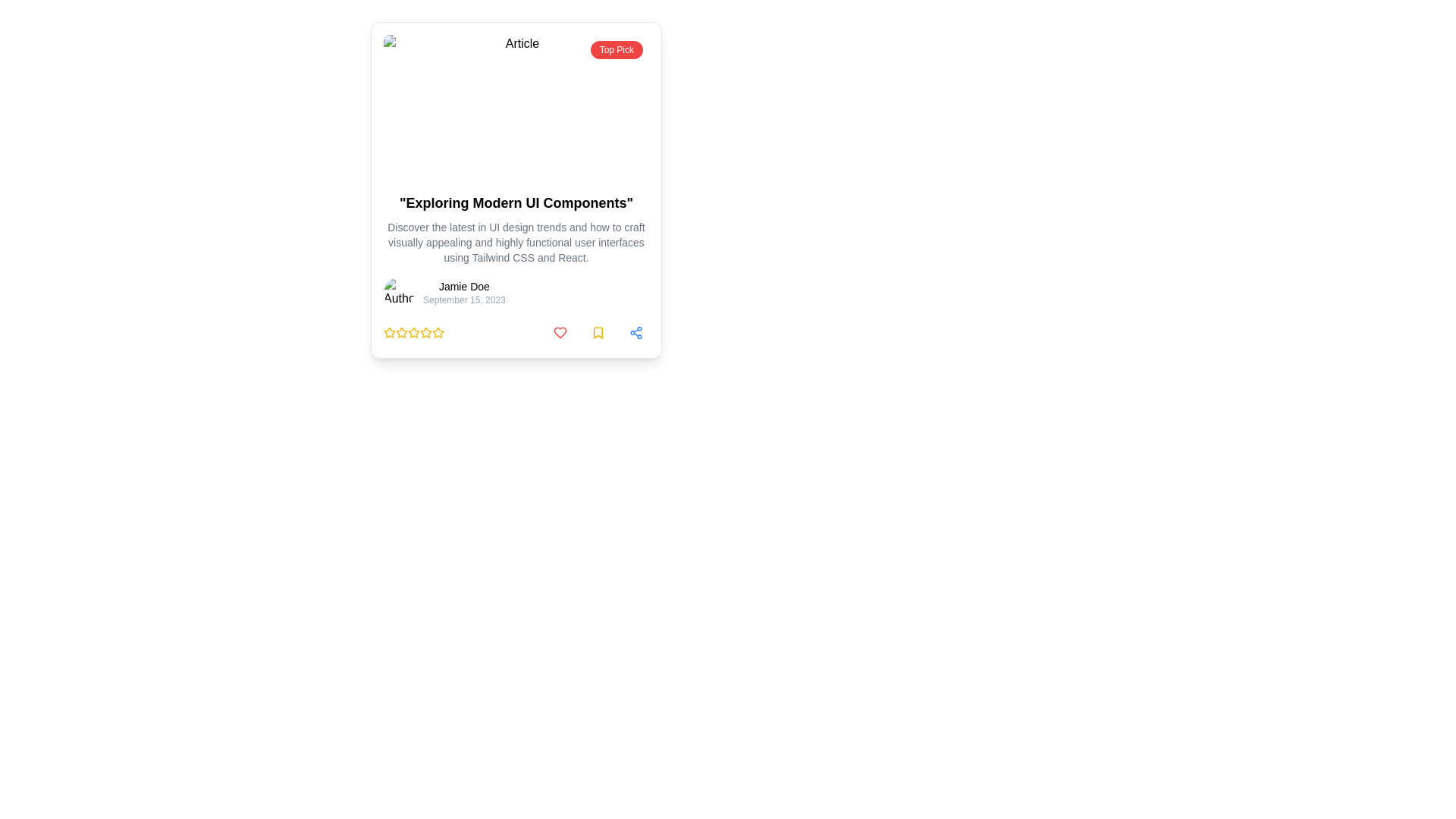  I want to click on the yellow bookmark icon with a rounded background, which is the second icon from the left in a horizontal set of icons at the bottom of the card, so click(597, 332).